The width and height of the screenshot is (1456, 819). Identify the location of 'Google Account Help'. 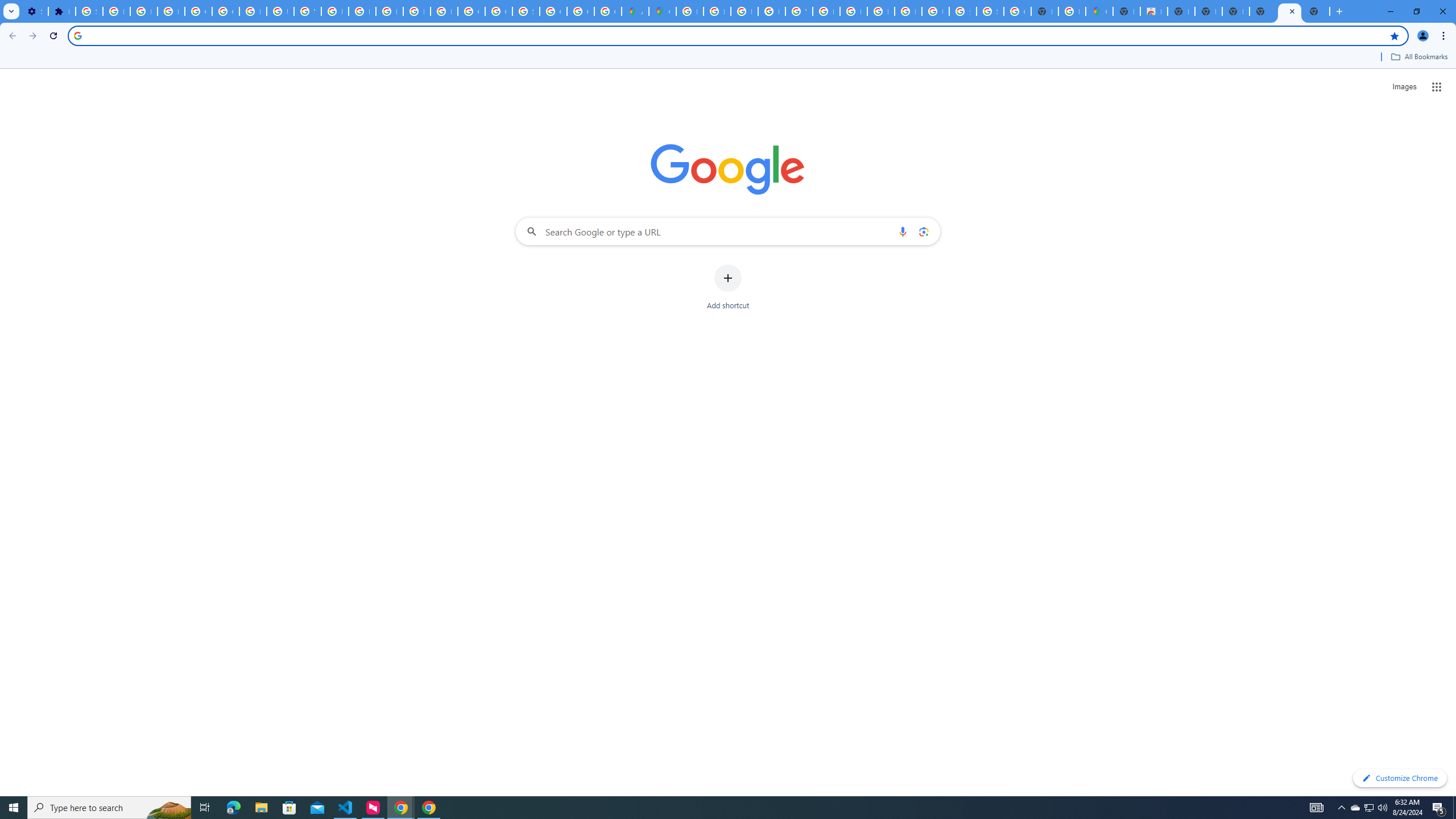
(197, 11).